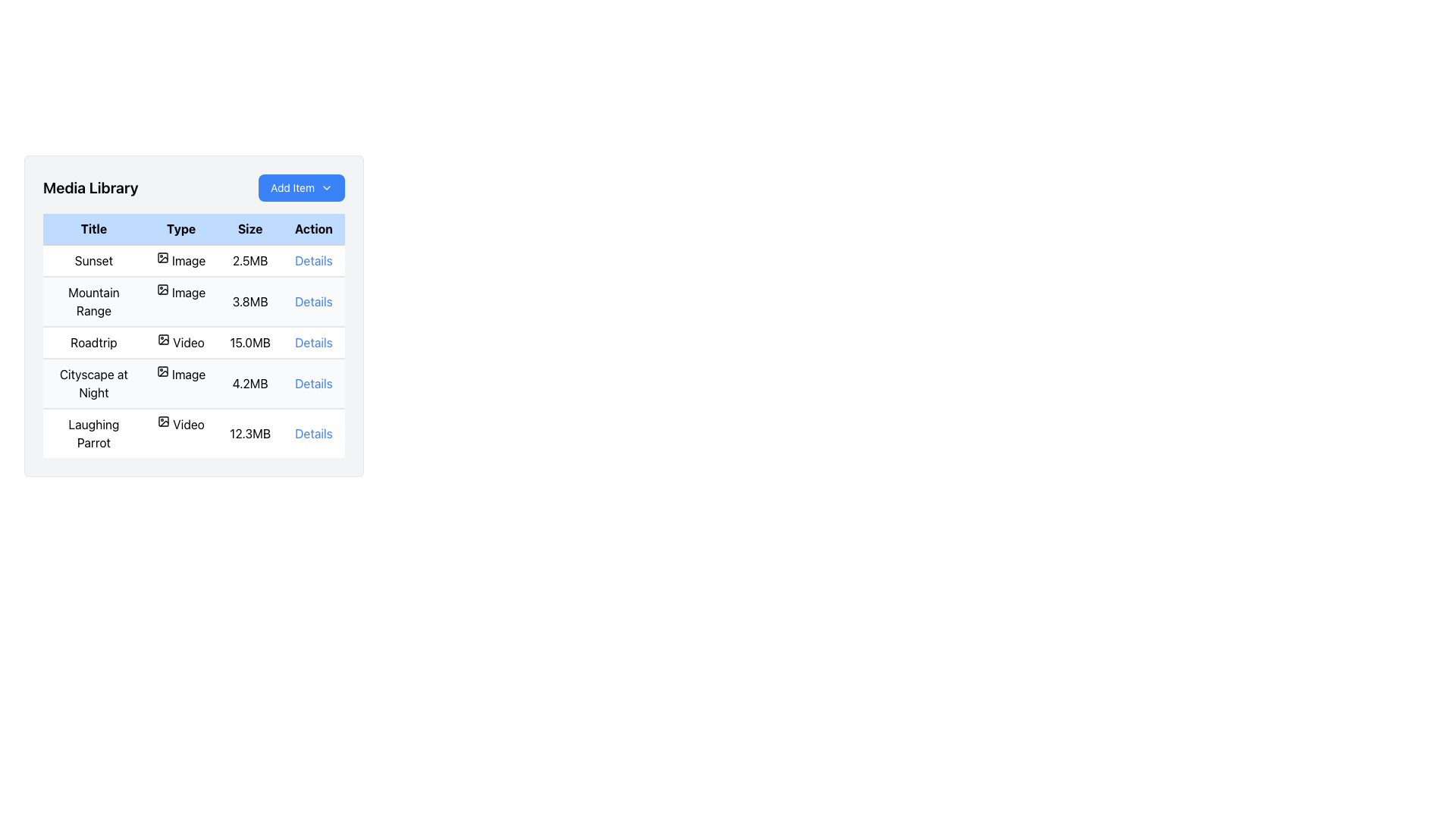  Describe the element at coordinates (93, 433) in the screenshot. I see `text displayed in the 'Laughing Parrot' label located in the first column of the fifth row of the 'Media Library' table` at that location.